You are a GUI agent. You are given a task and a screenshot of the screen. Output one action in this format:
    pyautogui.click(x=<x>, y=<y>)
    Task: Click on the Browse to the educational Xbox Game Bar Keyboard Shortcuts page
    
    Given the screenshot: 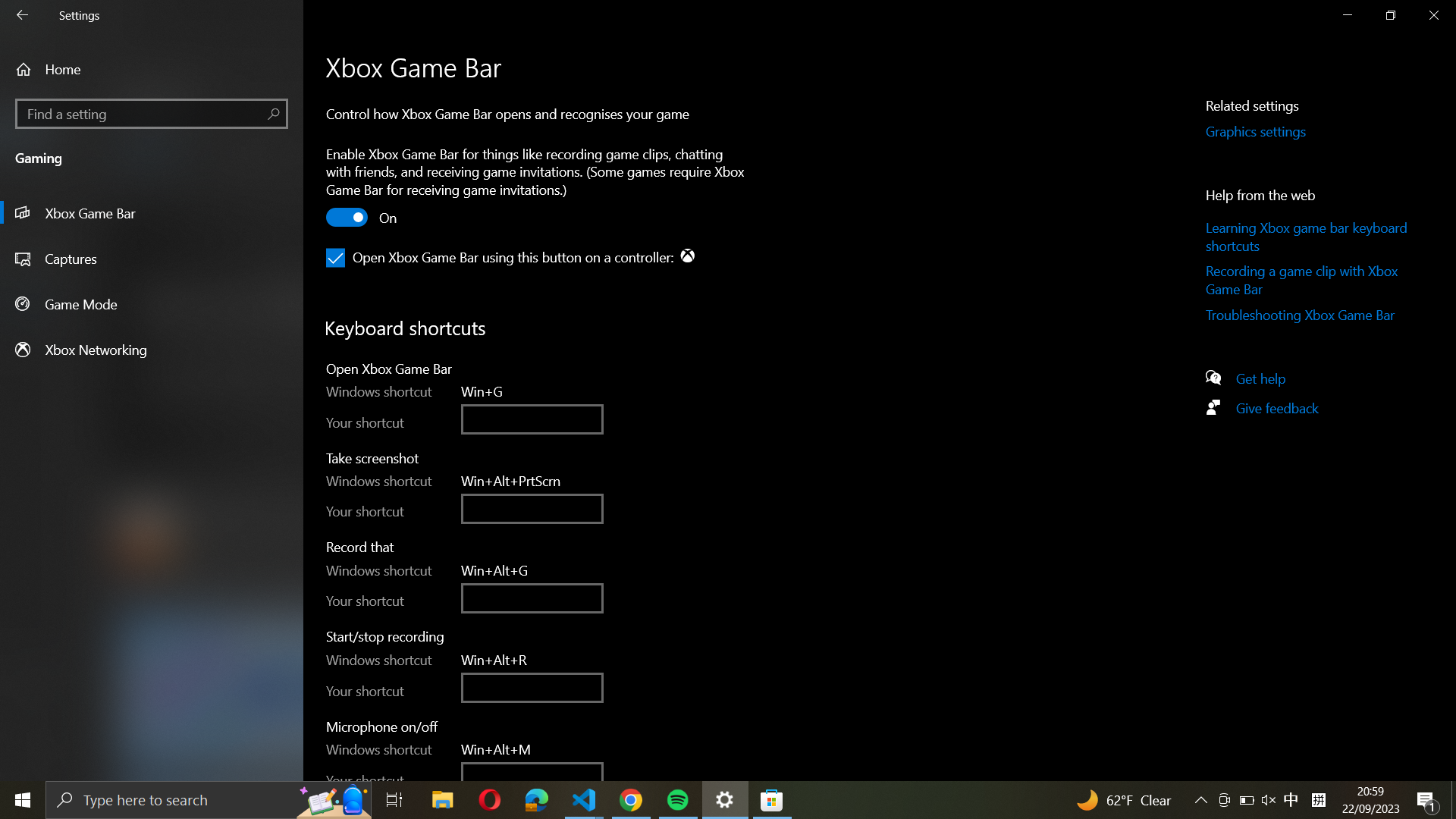 What is the action you would take?
    pyautogui.click(x=1308, y=237)
    